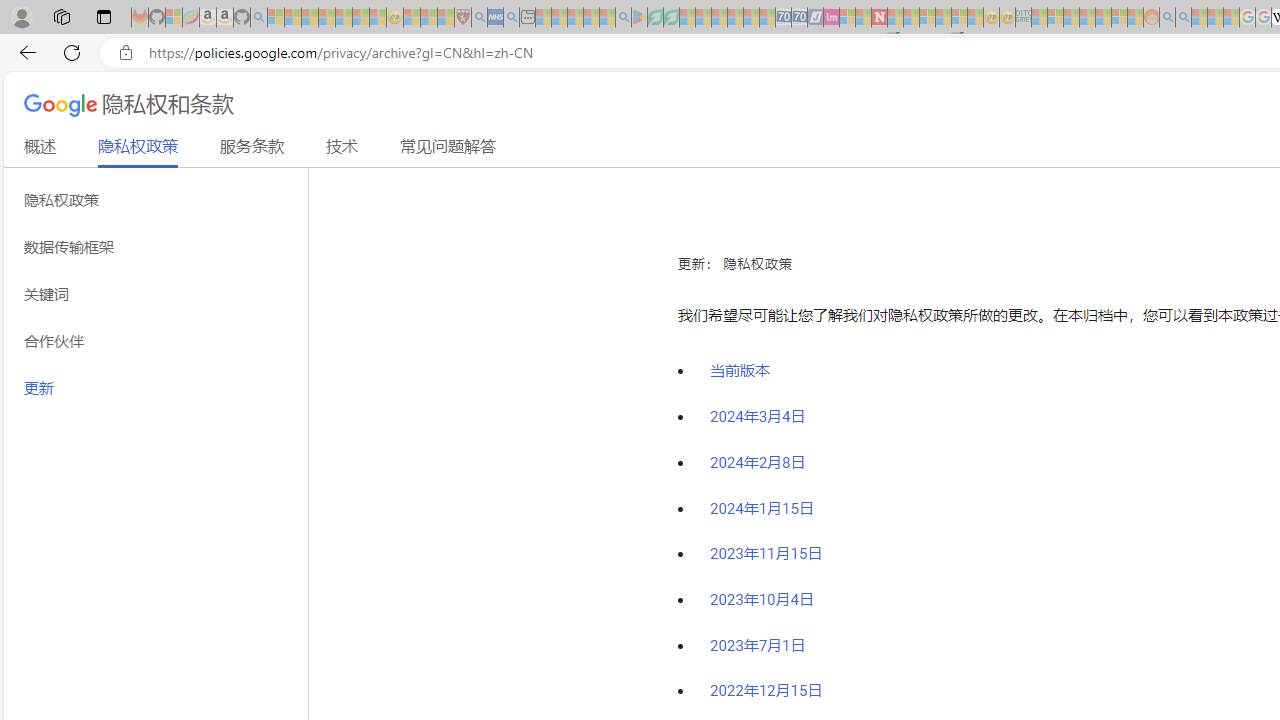  What do you see at coordinates (800, 17) in the screenshot?
I see `'Cheap Hotels - Save70.com - Sleeping'` at bounding box center [800, 17].